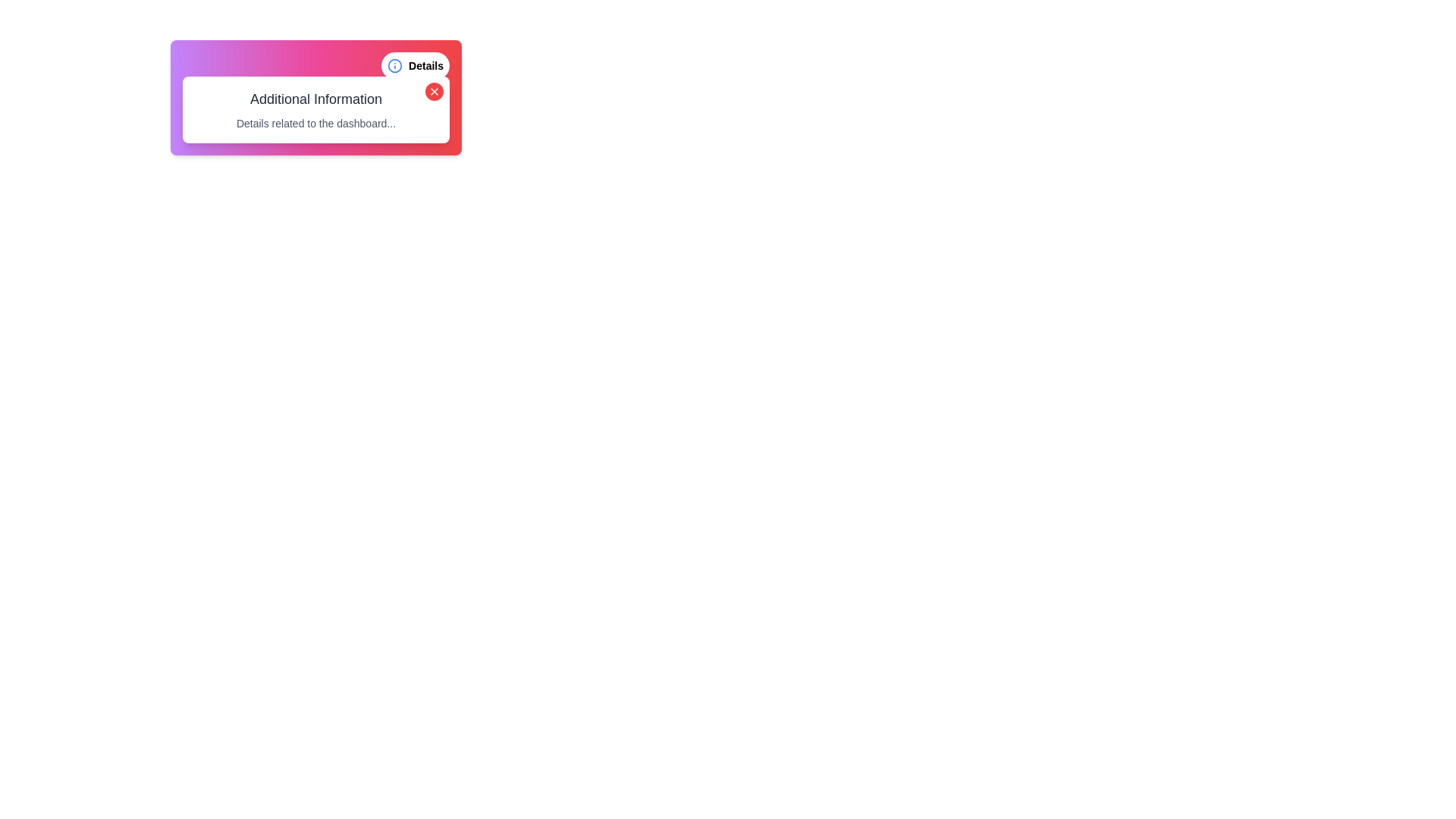 Image resolution: width=1456 pixels, height=819 pixels. I want to click on the close button located at the top-right corner of the card, adjacent to the text 'Additional Information', so click(433, 91).